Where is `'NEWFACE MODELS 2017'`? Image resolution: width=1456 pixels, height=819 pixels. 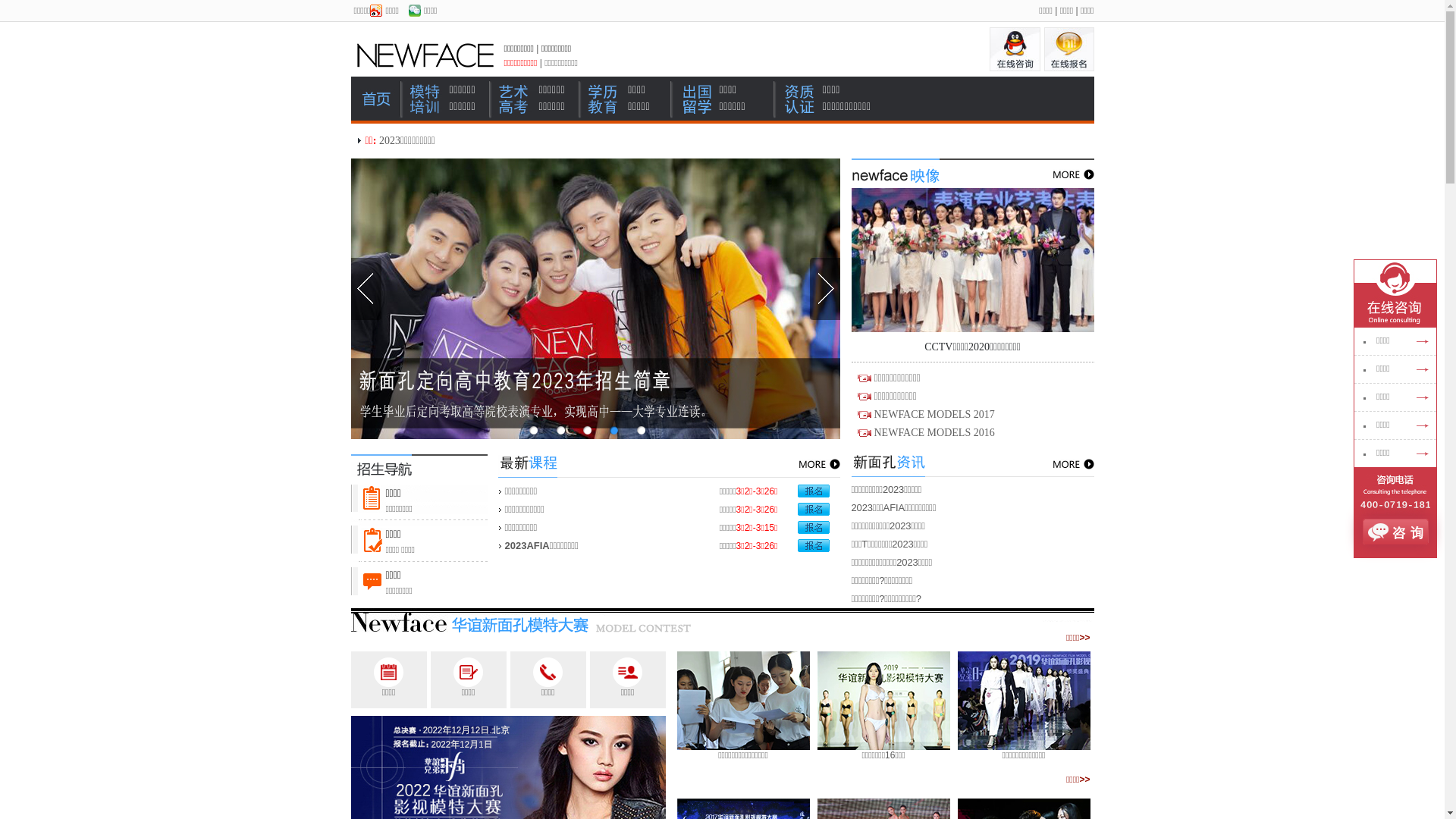 'NEWFACE MODELS 2017' is located at coordinates (933, 414).